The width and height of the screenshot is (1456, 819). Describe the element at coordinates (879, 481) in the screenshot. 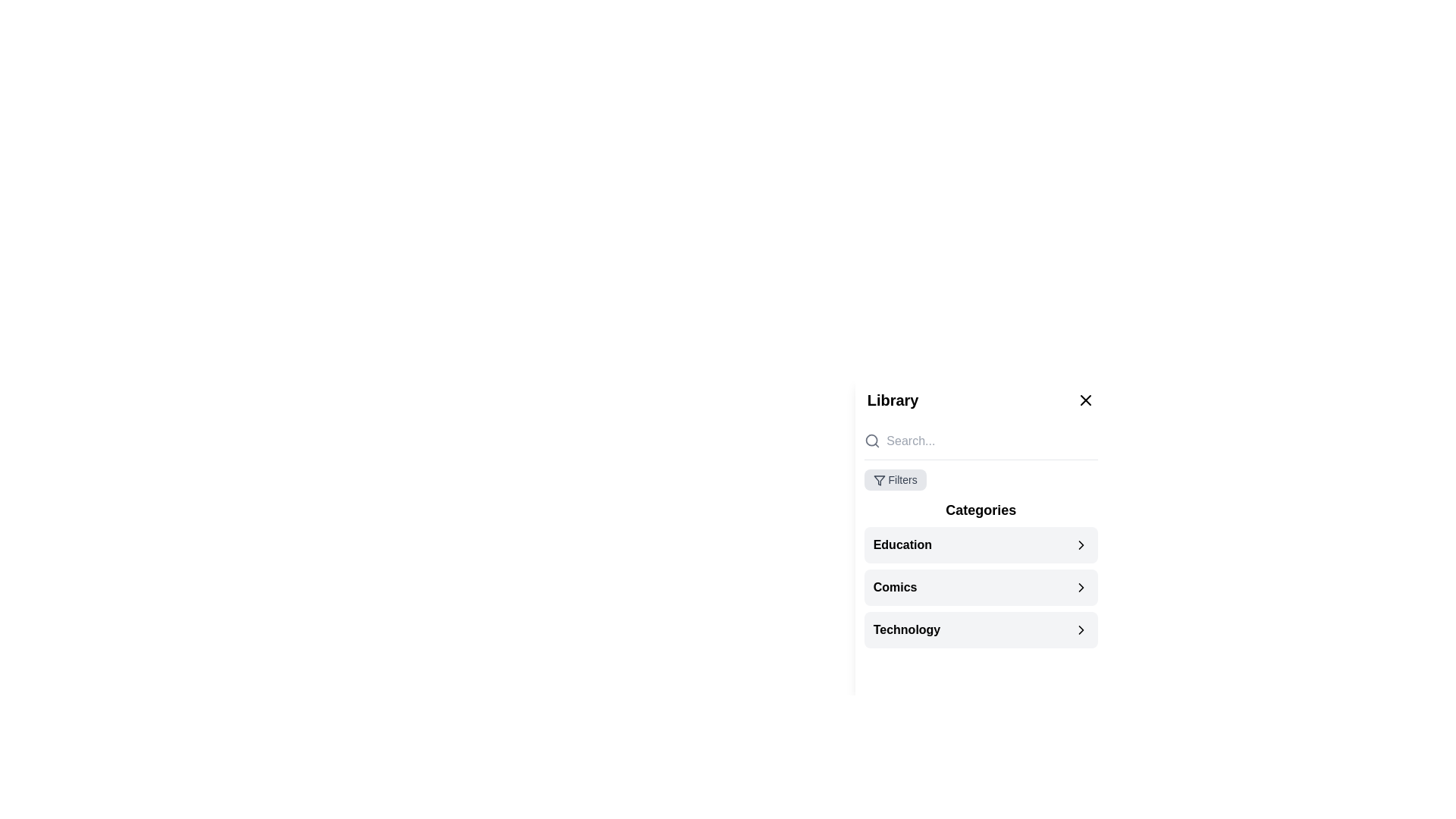

I see `the triangular filter icon located within the 'Filters' section at the top-left corner of the 'Library' panel` at that location.